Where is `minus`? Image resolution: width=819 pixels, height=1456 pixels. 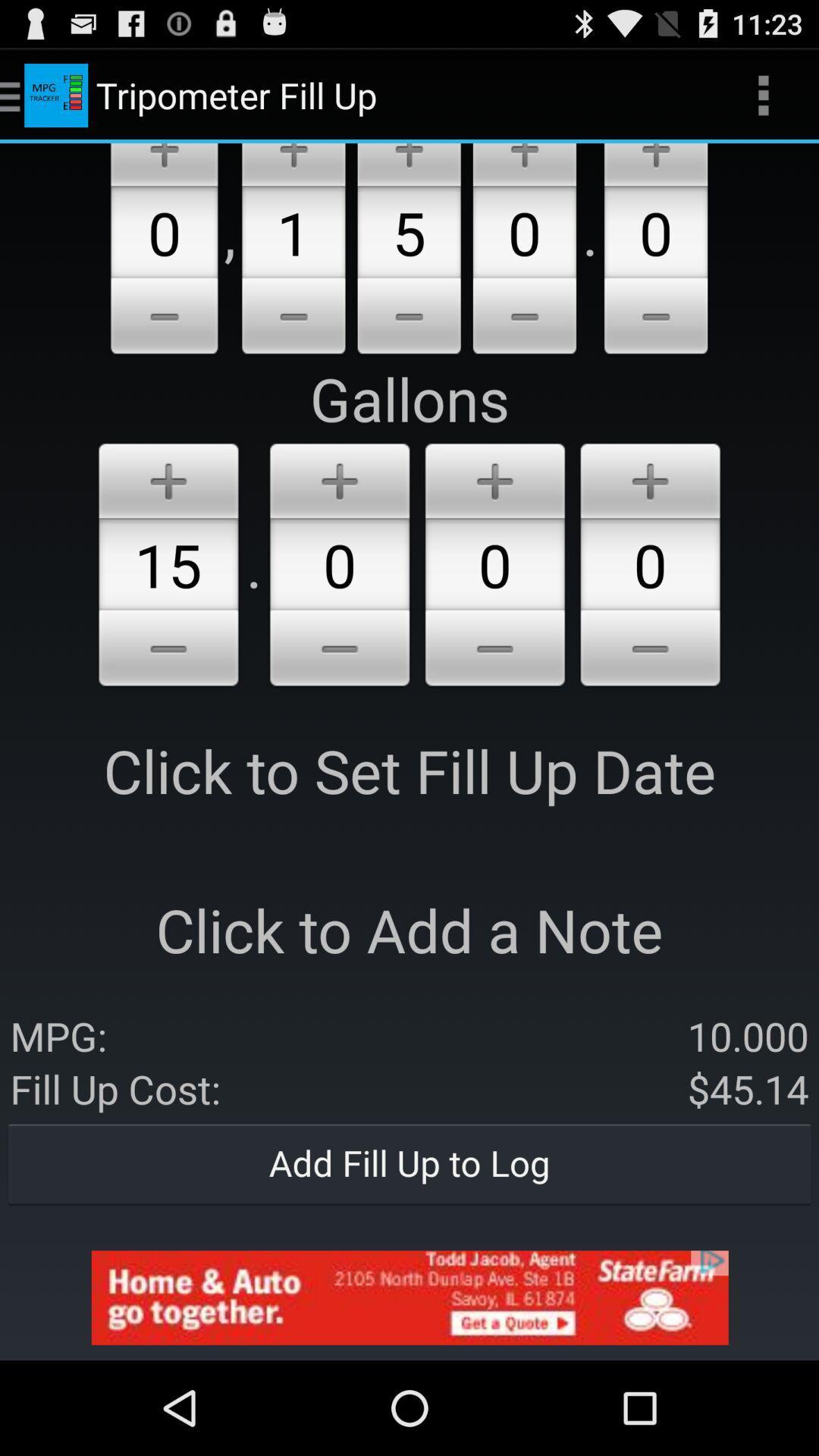 minus is located at coordinates (164, 318).